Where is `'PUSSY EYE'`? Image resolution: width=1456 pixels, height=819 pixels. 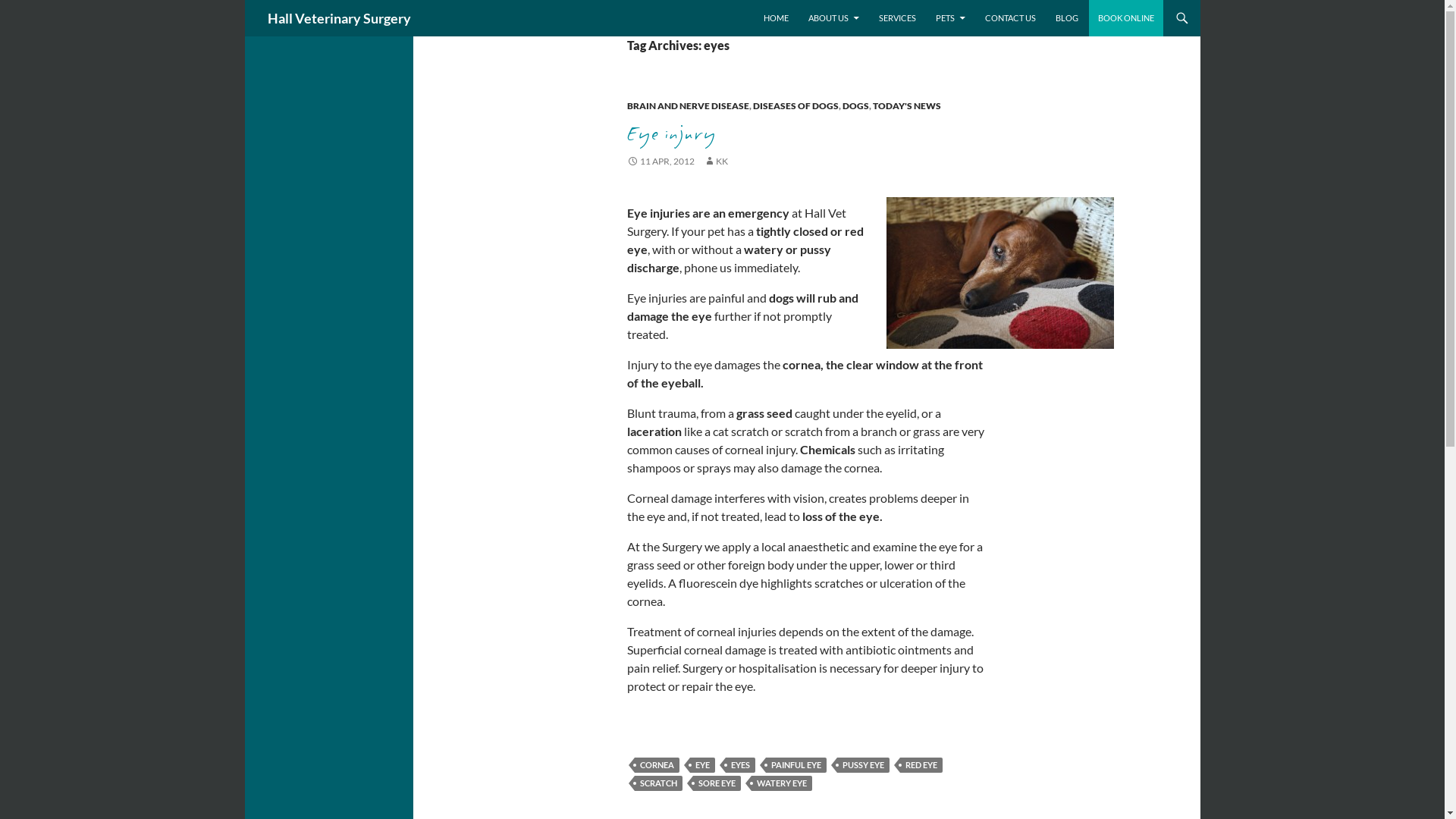 'PUSSY EYE' is located at coordinates (863, 765).